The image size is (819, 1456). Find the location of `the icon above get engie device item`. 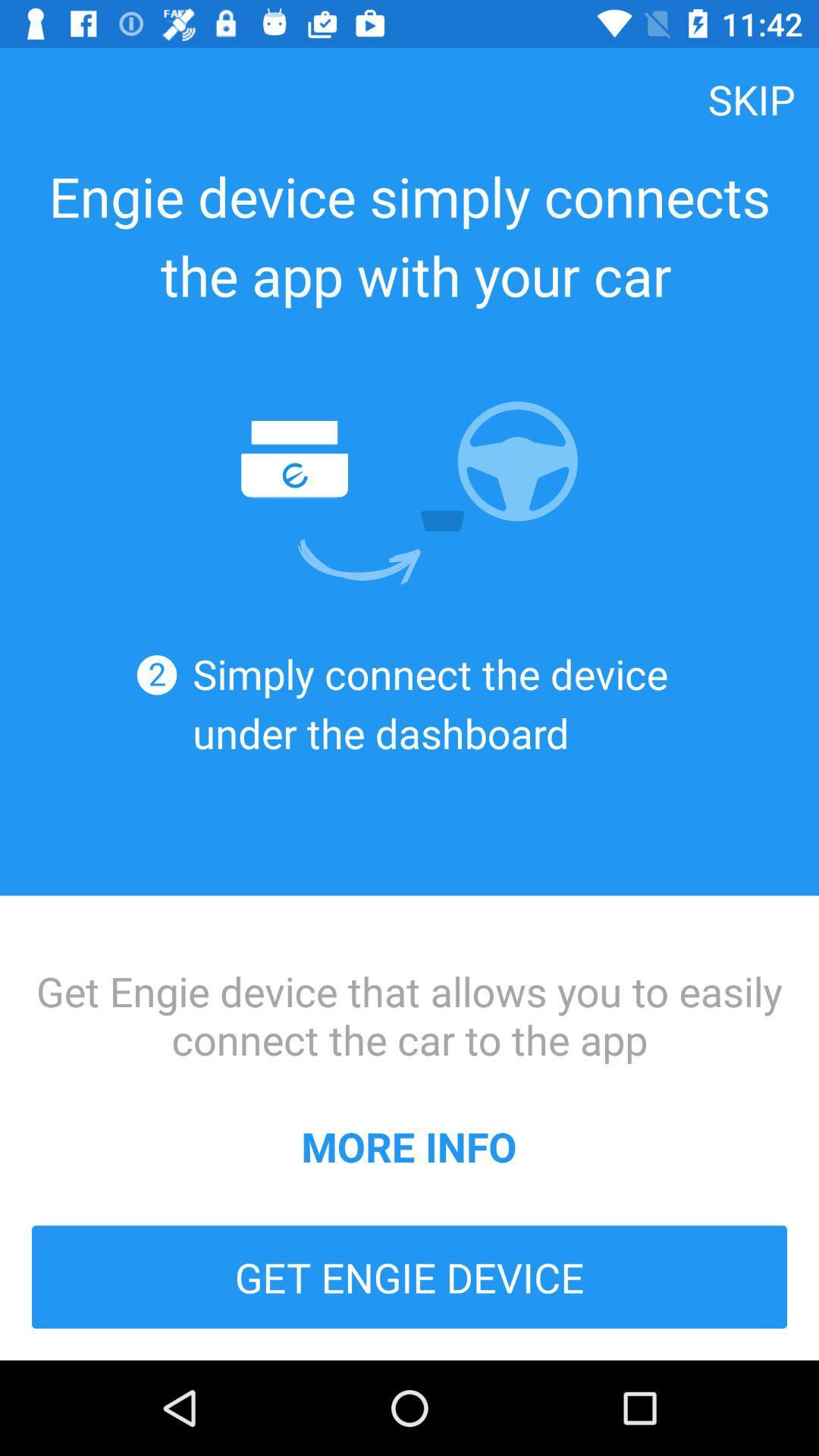

the icon above get engie device item is located at coordinates (408, 1146).